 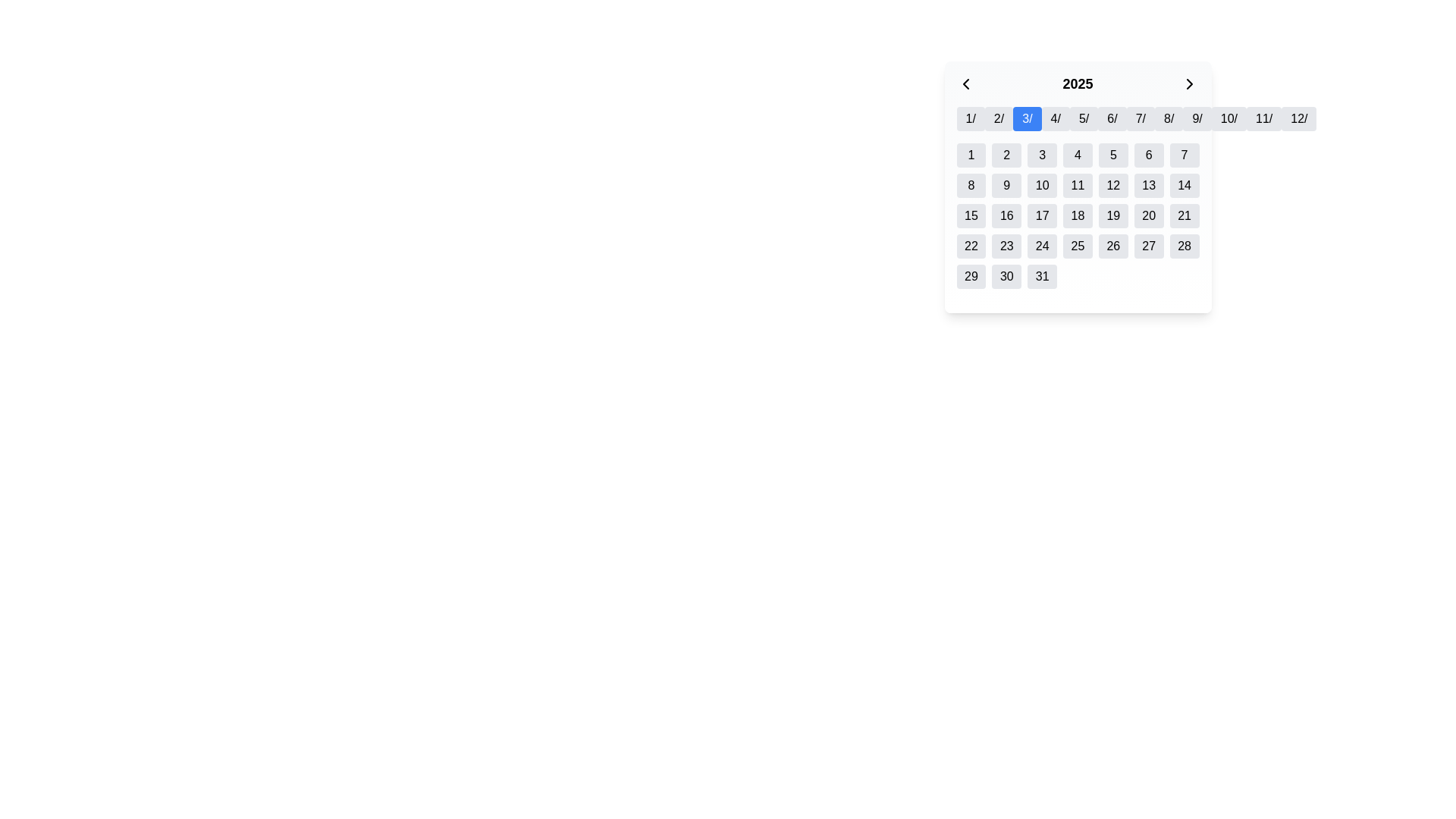 What do you see at coordinates (1006, 245) in the screenshot?
I see `the rounded rectangular button labeled '23' in the calendar grid by pressing with keyboard navigation` at bounding box center [1006, 245].